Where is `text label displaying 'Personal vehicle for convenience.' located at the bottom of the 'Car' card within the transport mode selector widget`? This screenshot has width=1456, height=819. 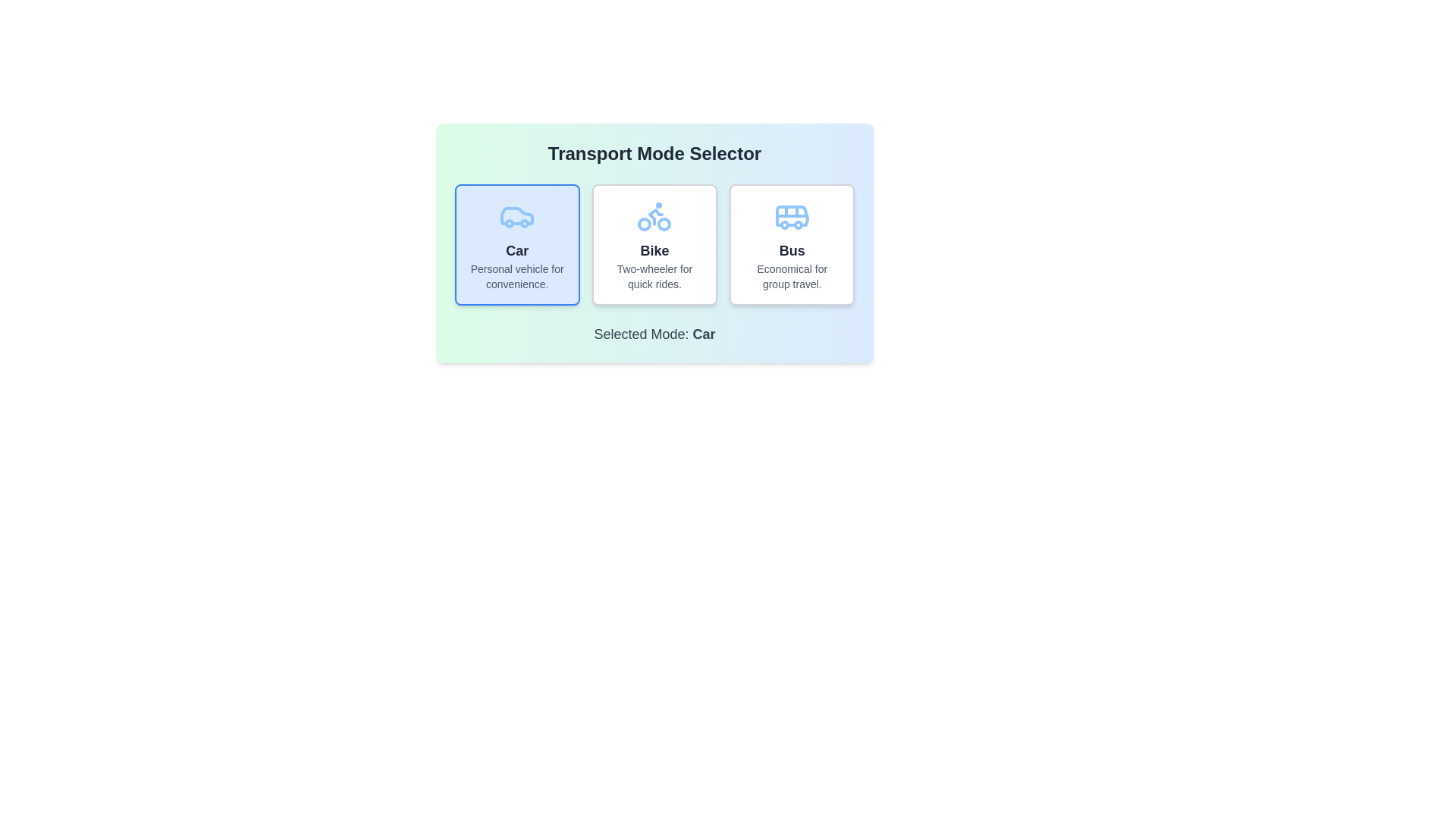 text label displaying 'Personal vehicle for convenience.' located at the bottom of the 'Car' card within the transport mode selector widget is located at coordinates (517, 277).